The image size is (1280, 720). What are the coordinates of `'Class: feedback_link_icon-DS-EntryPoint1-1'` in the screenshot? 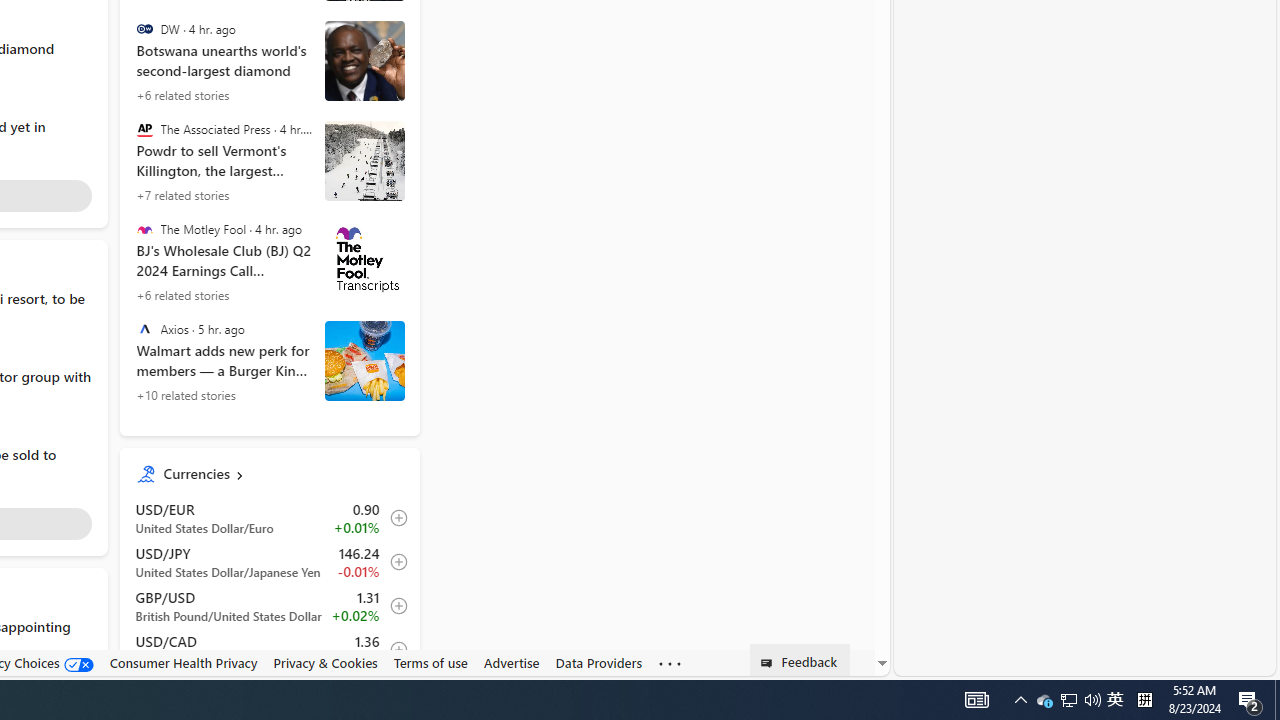 It's located at (769, 663).